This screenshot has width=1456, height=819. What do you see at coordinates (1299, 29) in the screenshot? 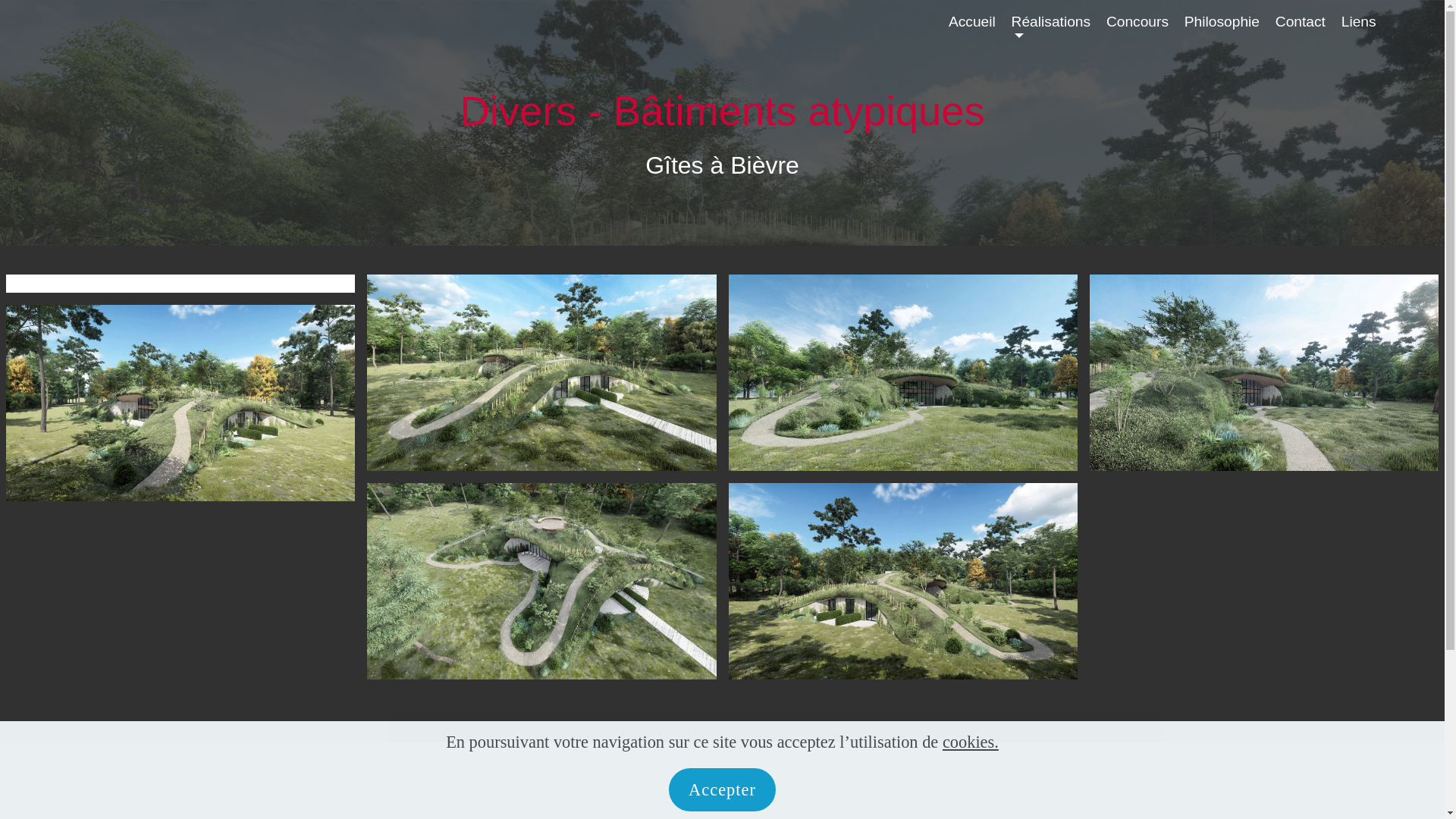
I see `'Contact'` at bounding box center [1299, 29].